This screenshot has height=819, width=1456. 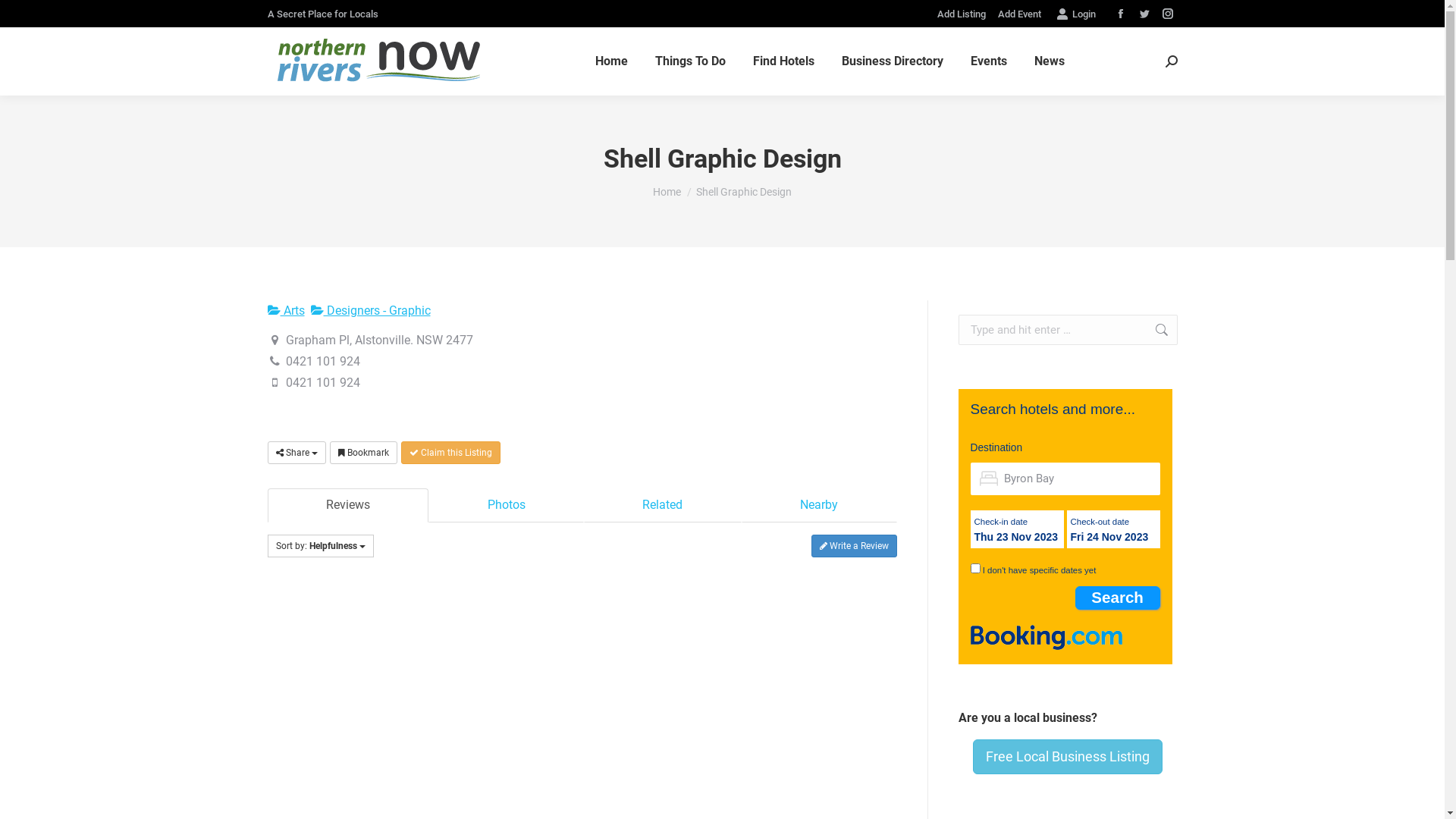 What do you see at coordinates (960, 13) in the screenshot?
I see `'Add Listing'` at bounding box center [960, 13].